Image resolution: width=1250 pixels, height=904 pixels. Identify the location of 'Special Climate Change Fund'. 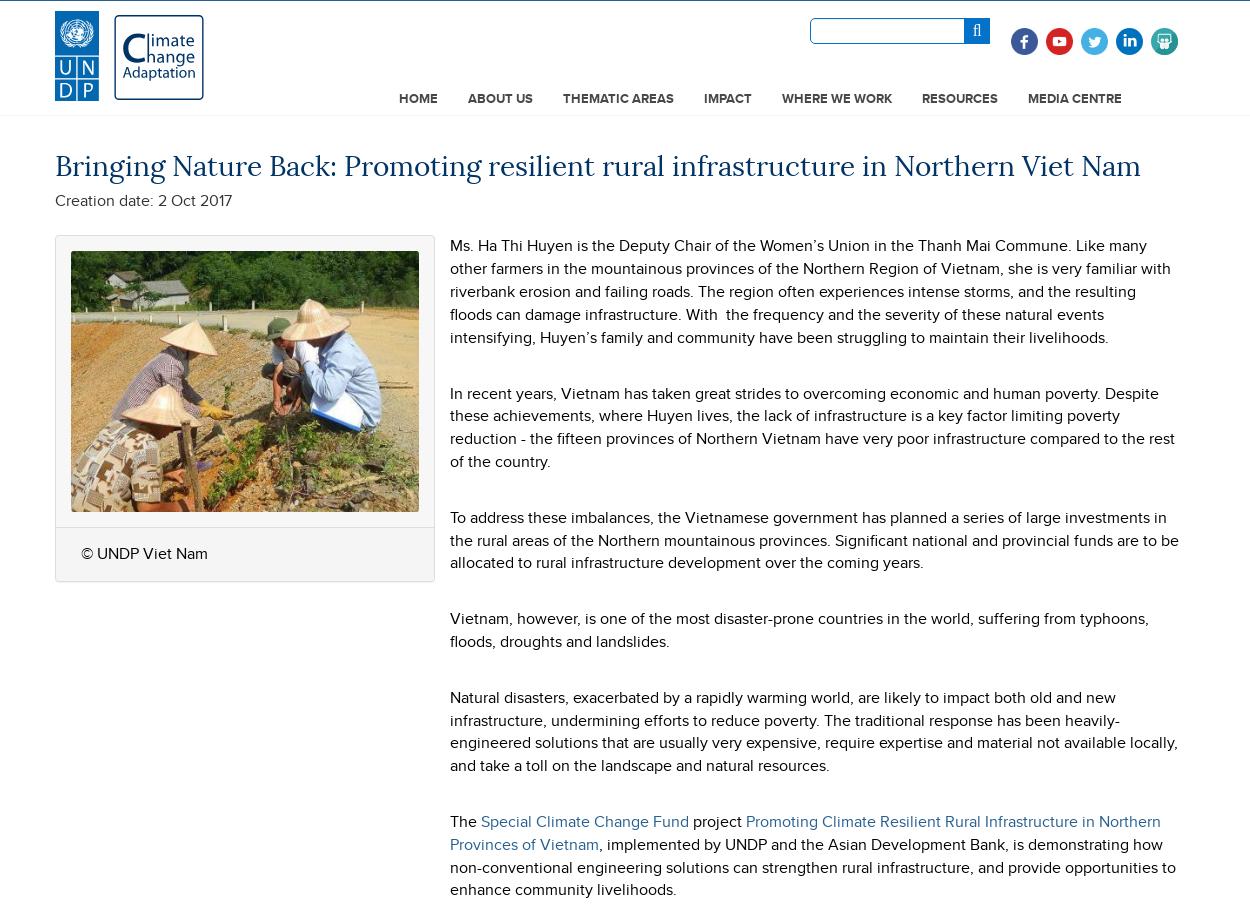
(584, 819).